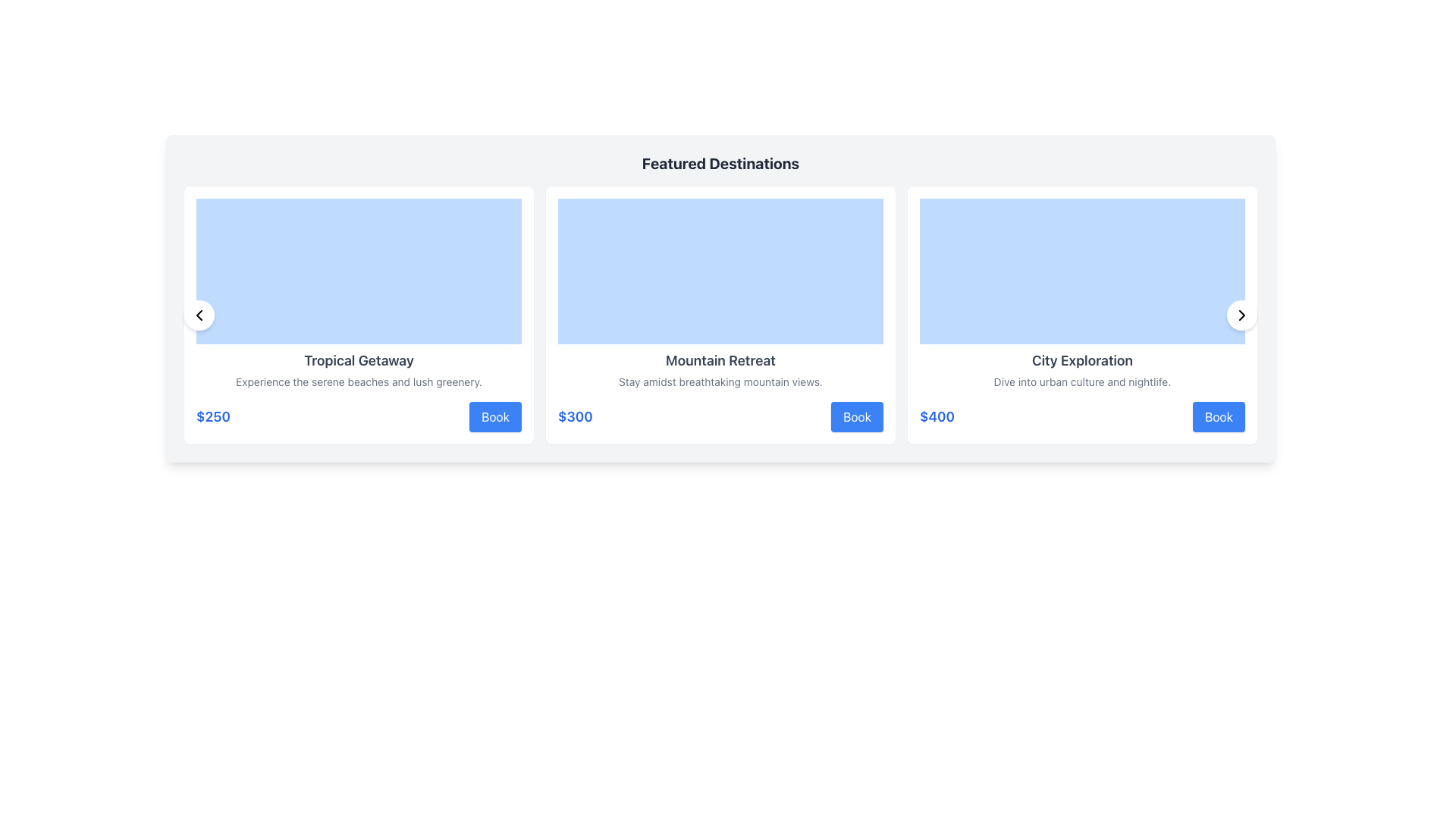 This screenshot has height=819, width=1456. Describe the element at coordinates (857, 417) in the screenshot. I see `the 'Book Mountain Retreat' button located at the bottom-right corner of the 'Mountain Retreat' card` at that location.